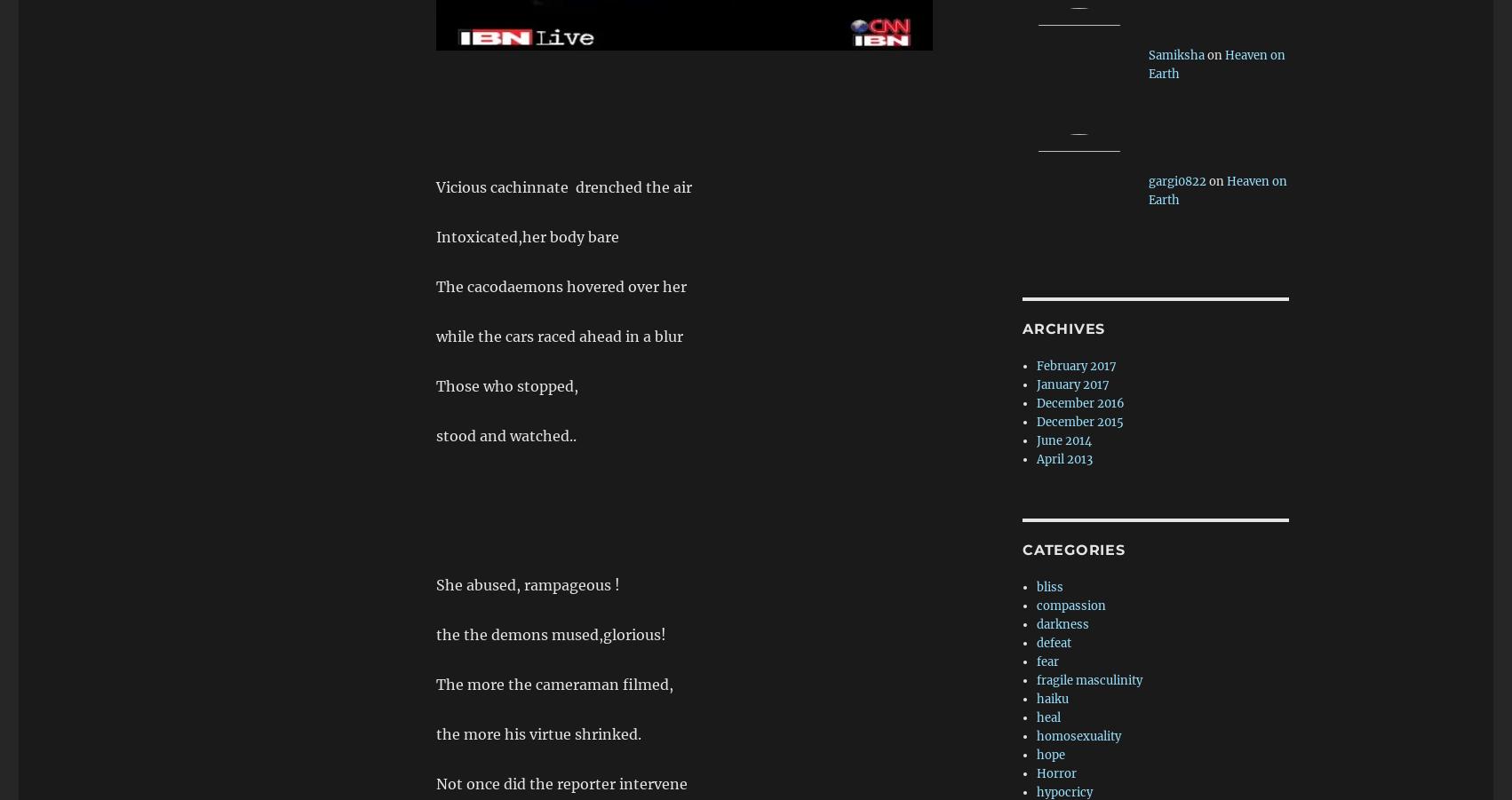  I want to click on 'Categories', so click(1073, 549).